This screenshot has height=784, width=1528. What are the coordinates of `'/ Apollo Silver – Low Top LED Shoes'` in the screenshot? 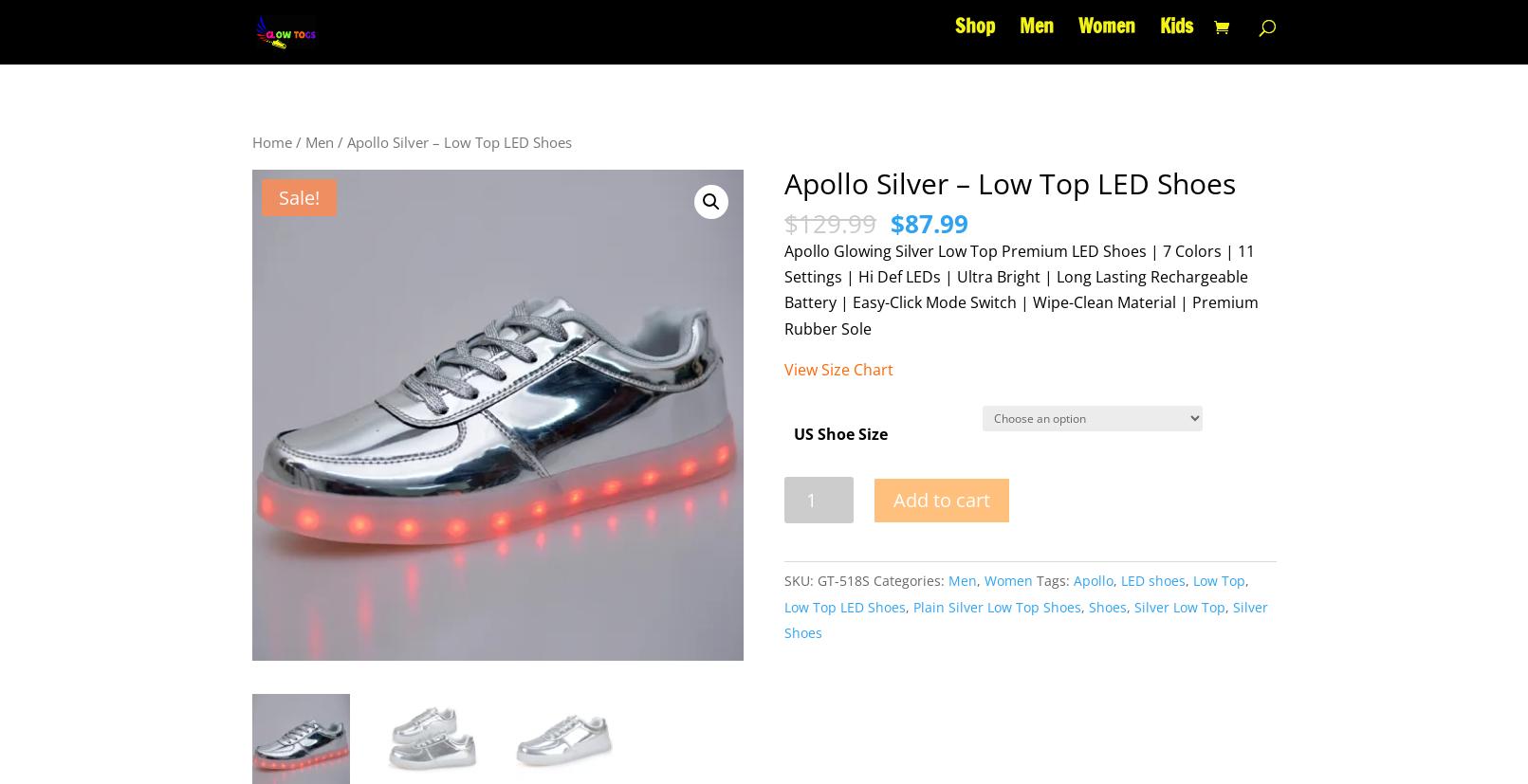 It's located at (451, 142).